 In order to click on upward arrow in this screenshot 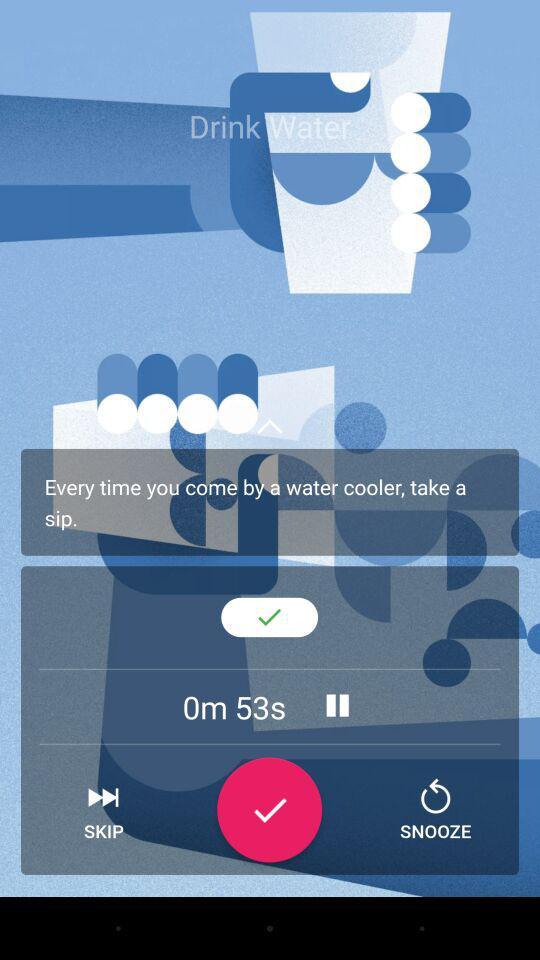, I will do `click(270, 426)`.